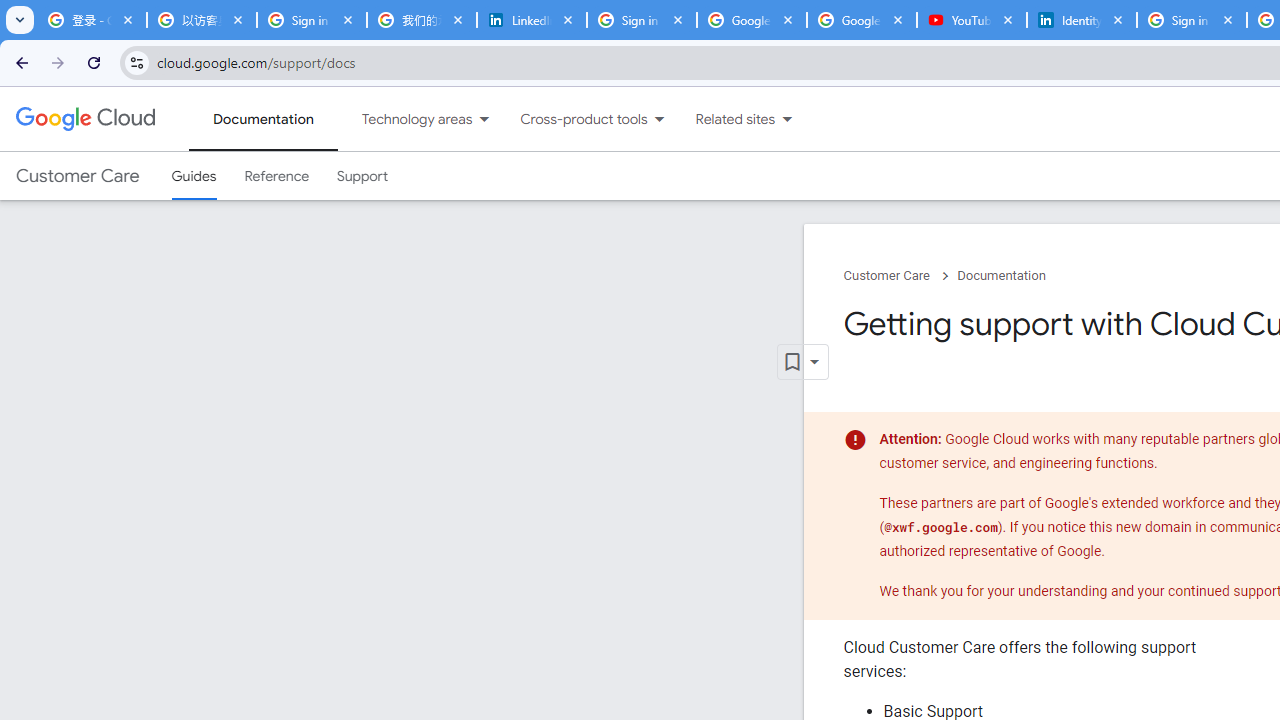  What do you see at coordinates (276, 175) in the screenshot?
I see `'Reference'` at bounding box center [276, 175].